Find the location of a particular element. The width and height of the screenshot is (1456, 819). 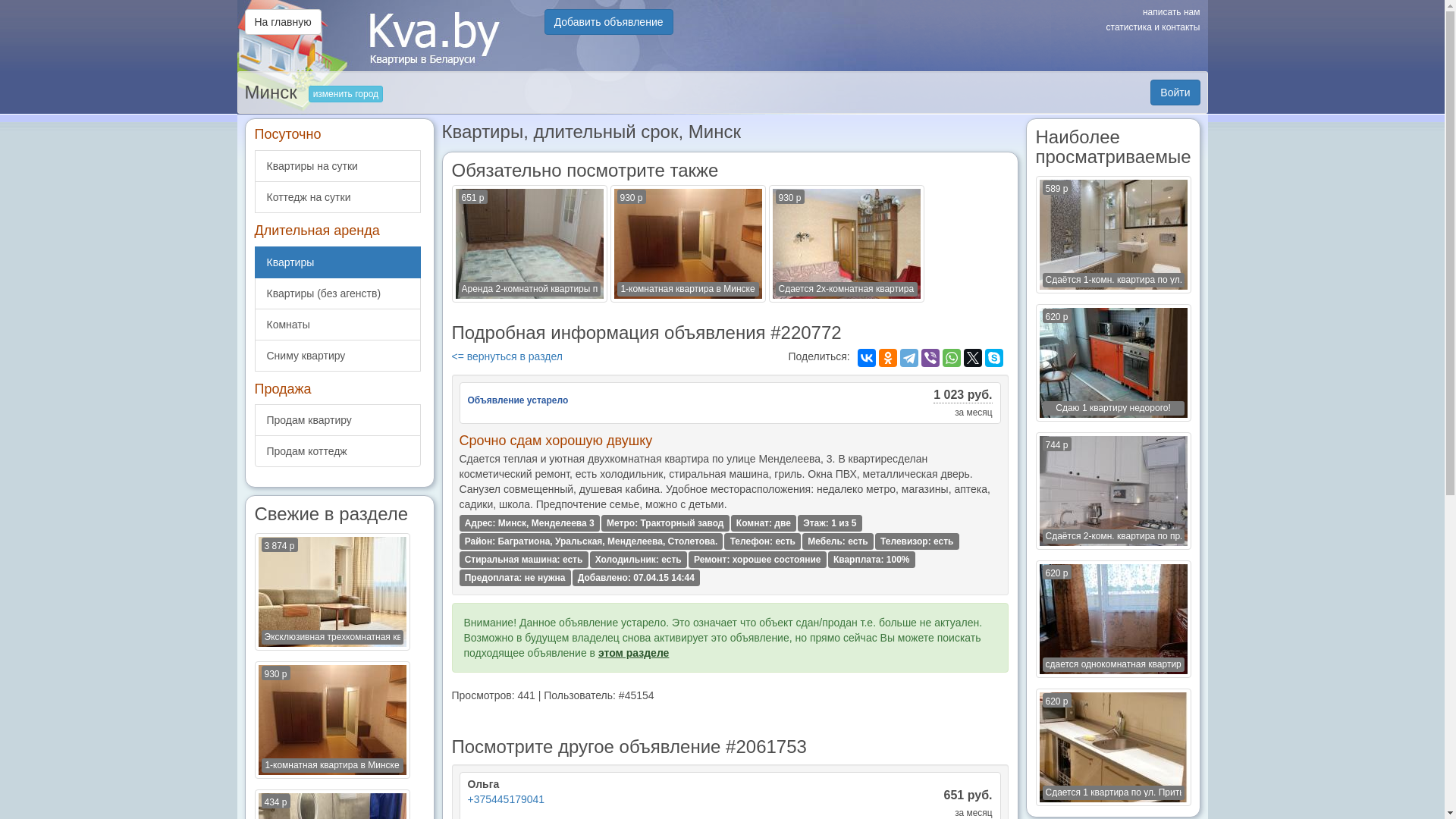

'Telegram' is located at coordinates (899, 357).